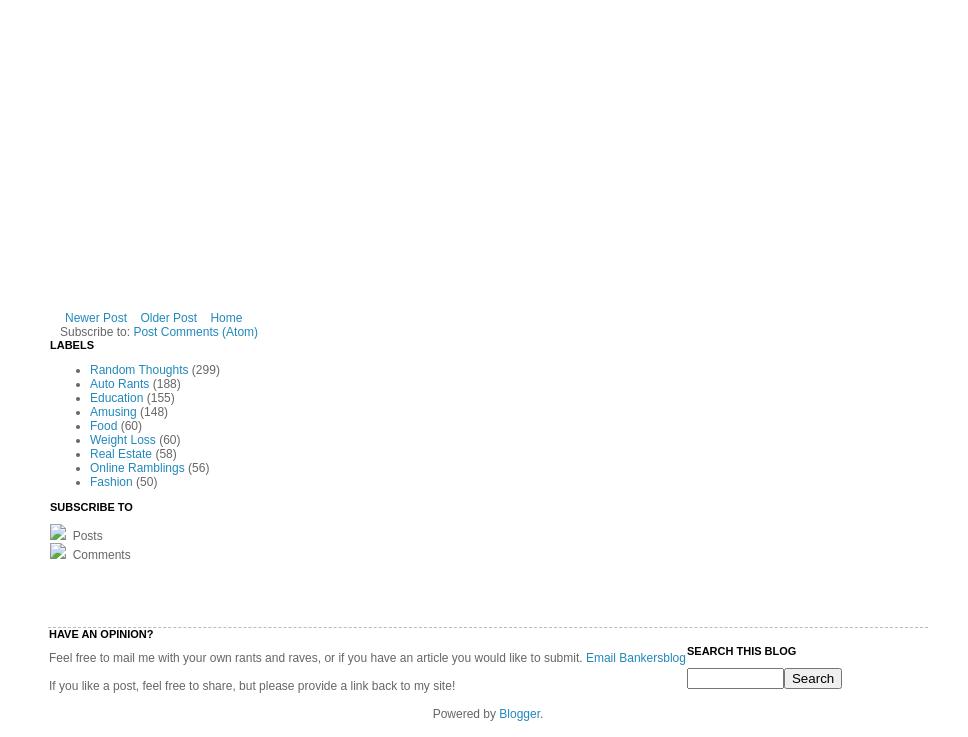 This screenshot has width=968, height=737. Describe the element at coordinates (90, 397) in the screenshot. I see `'Education'` at that location.